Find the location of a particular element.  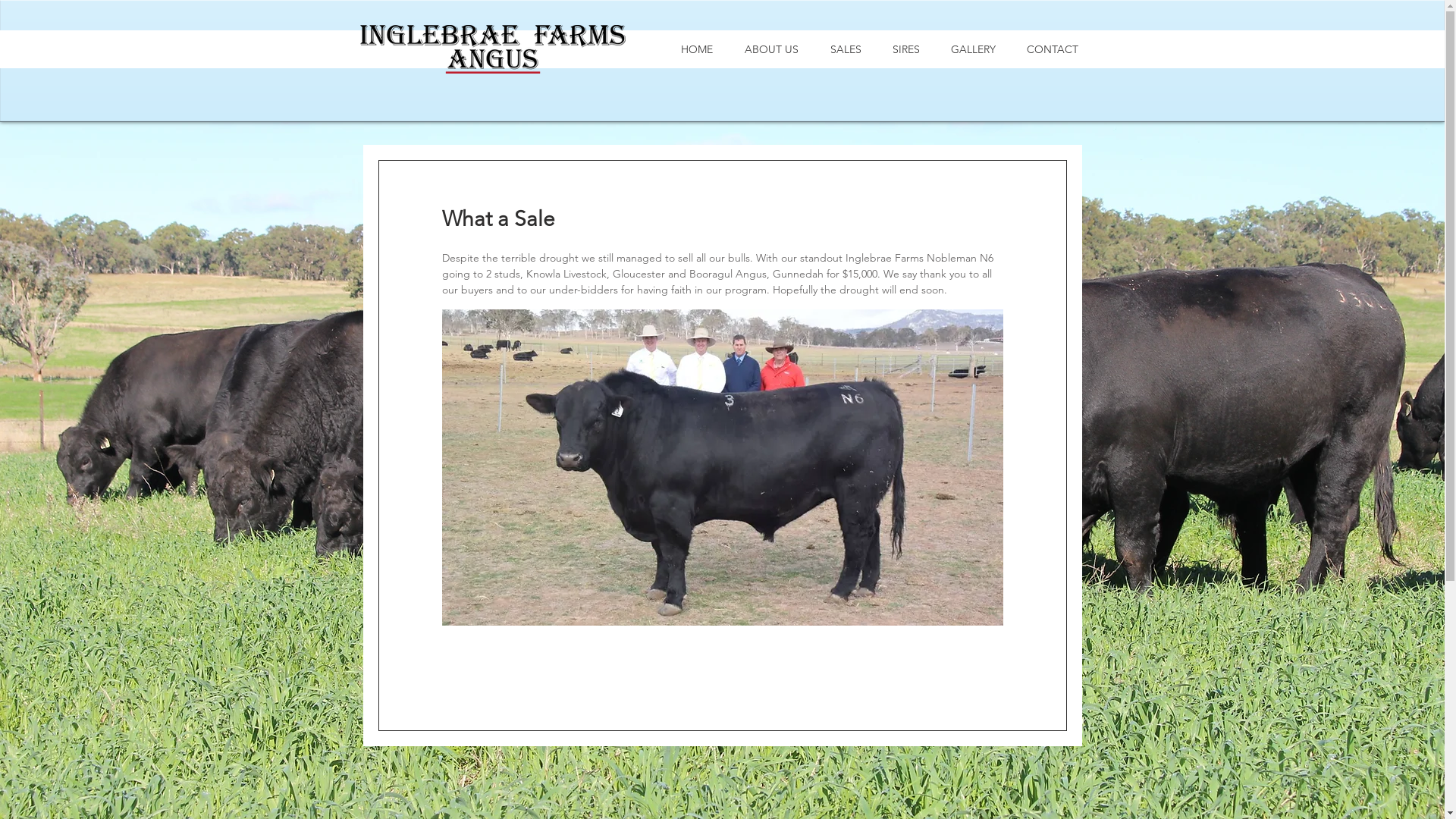

'SALES' is located at coordinates (845, 49).